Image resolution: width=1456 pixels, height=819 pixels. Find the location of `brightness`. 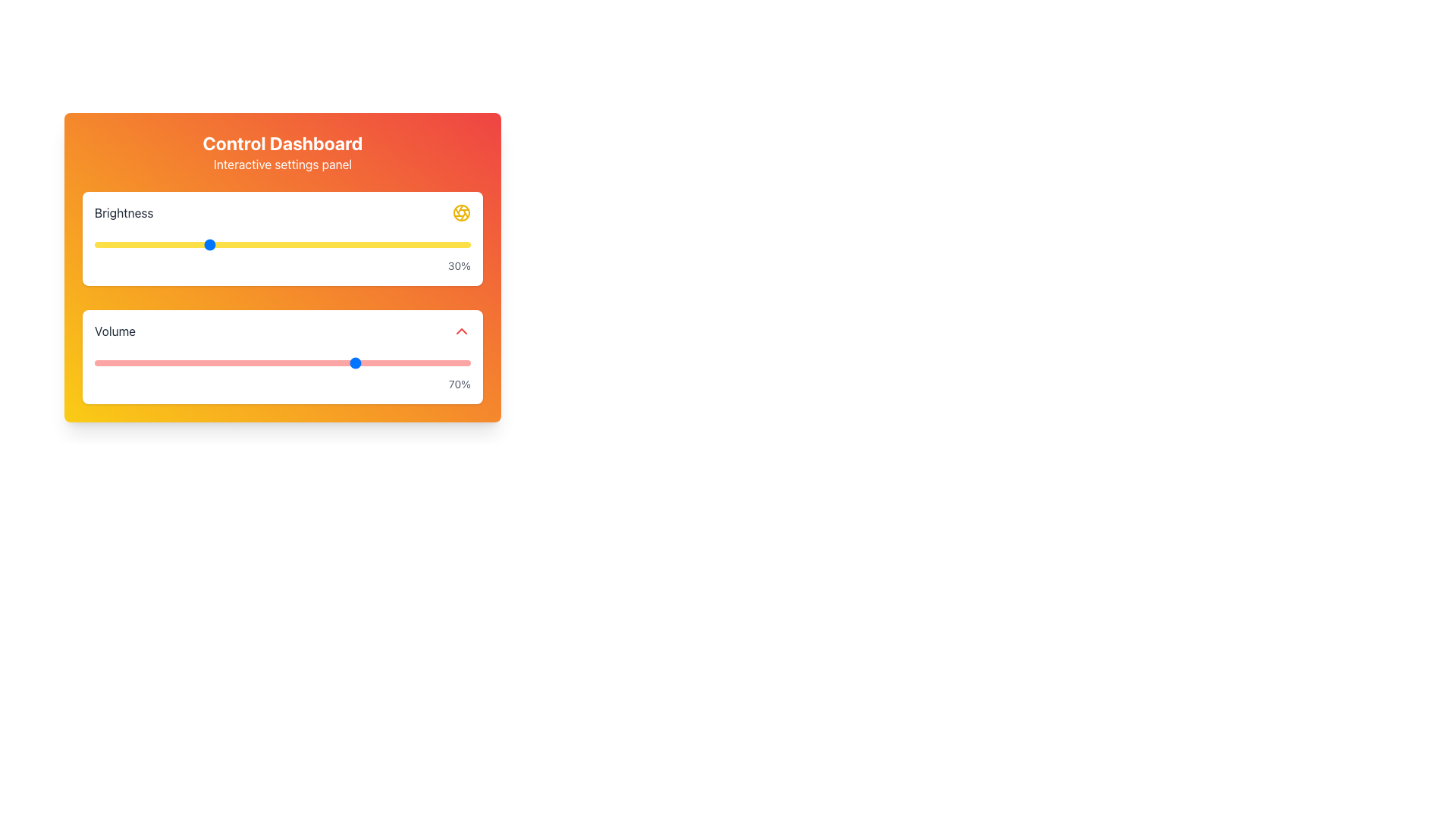

brightness is located at coordinates (342, 244).